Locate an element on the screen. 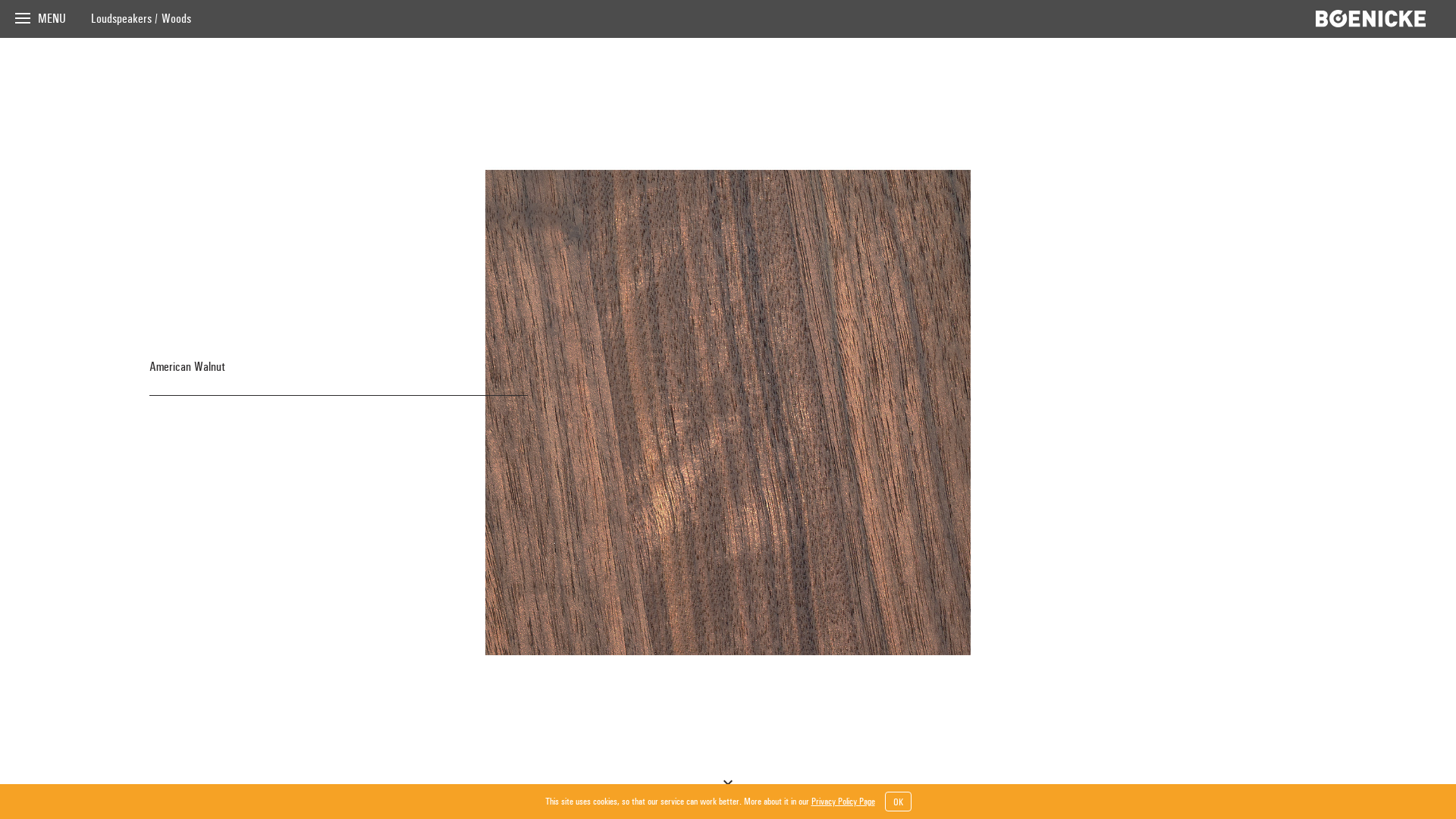 The height and width of the screenshot is (819, 1456). 'OK' is located at coordinates (897, 800).